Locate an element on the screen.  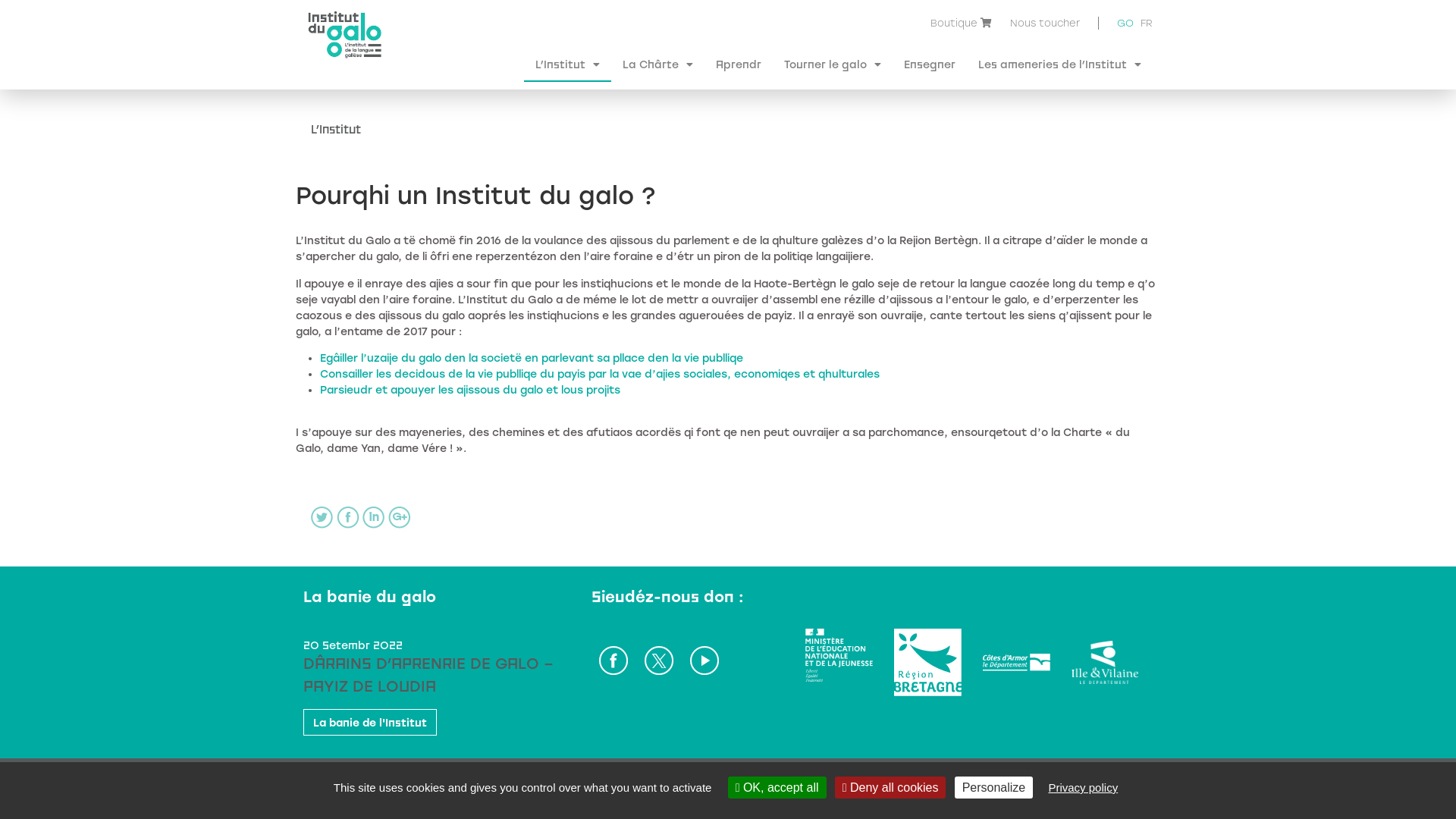
'La banie de l'Institut' is located at coordinates (370, 721).